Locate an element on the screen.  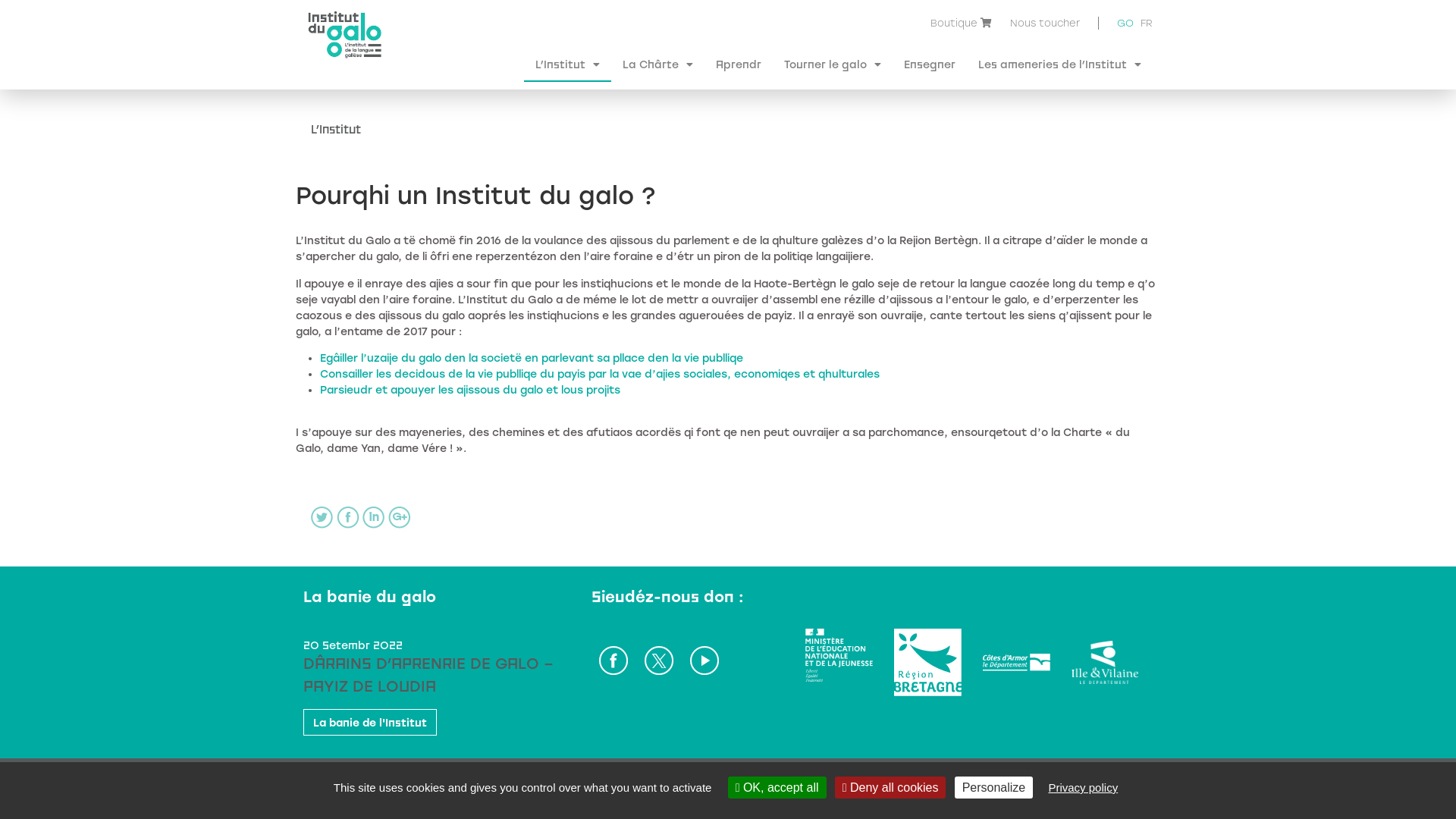
'La banie de l'Institut' is located at coordinates (370, 721).